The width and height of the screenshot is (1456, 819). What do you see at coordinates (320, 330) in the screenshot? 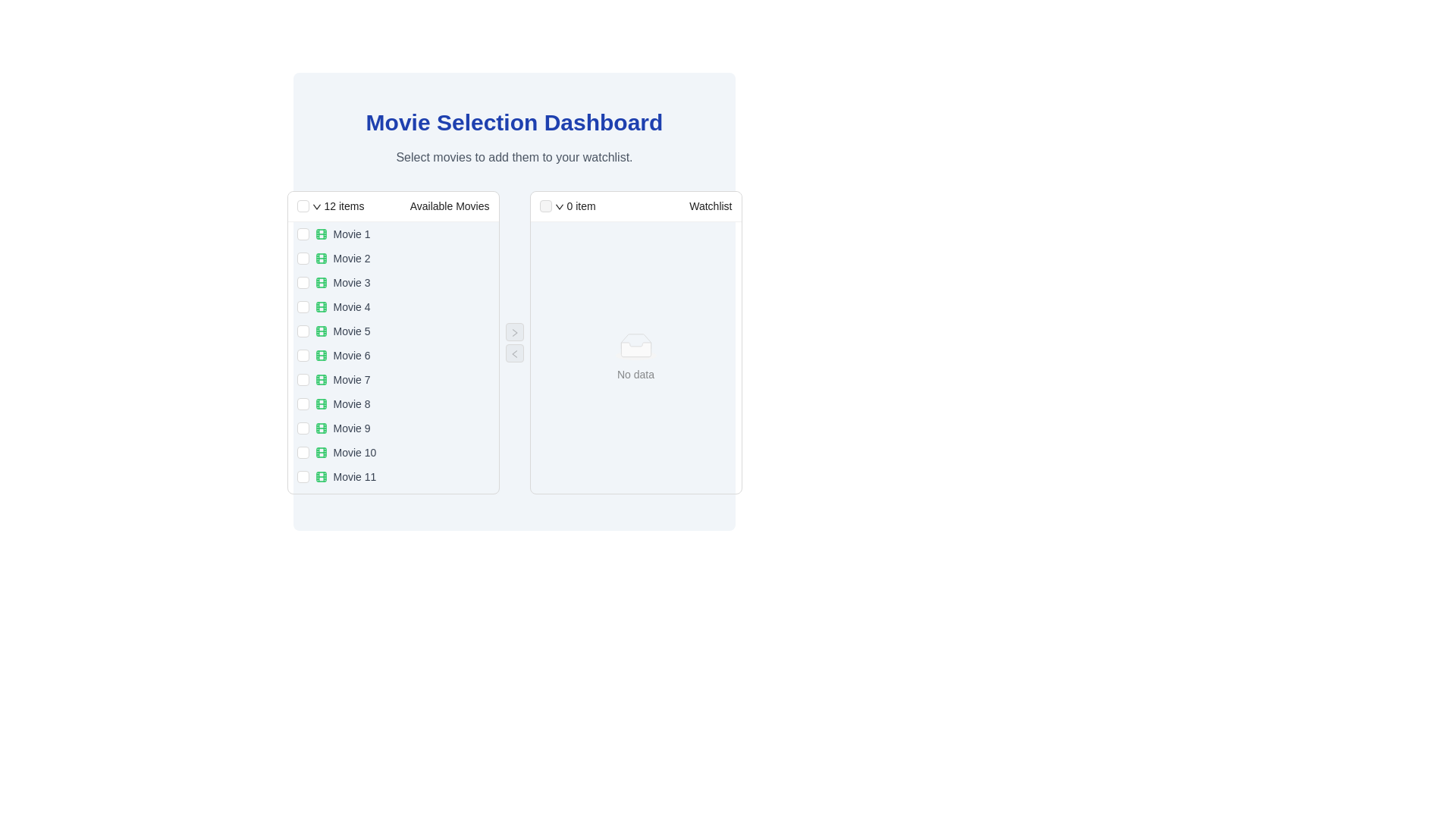
I see `the icon representing 'Movie 5' in the 'Available Movies' list to enhance interface readability` at bounding box center [320, 330].